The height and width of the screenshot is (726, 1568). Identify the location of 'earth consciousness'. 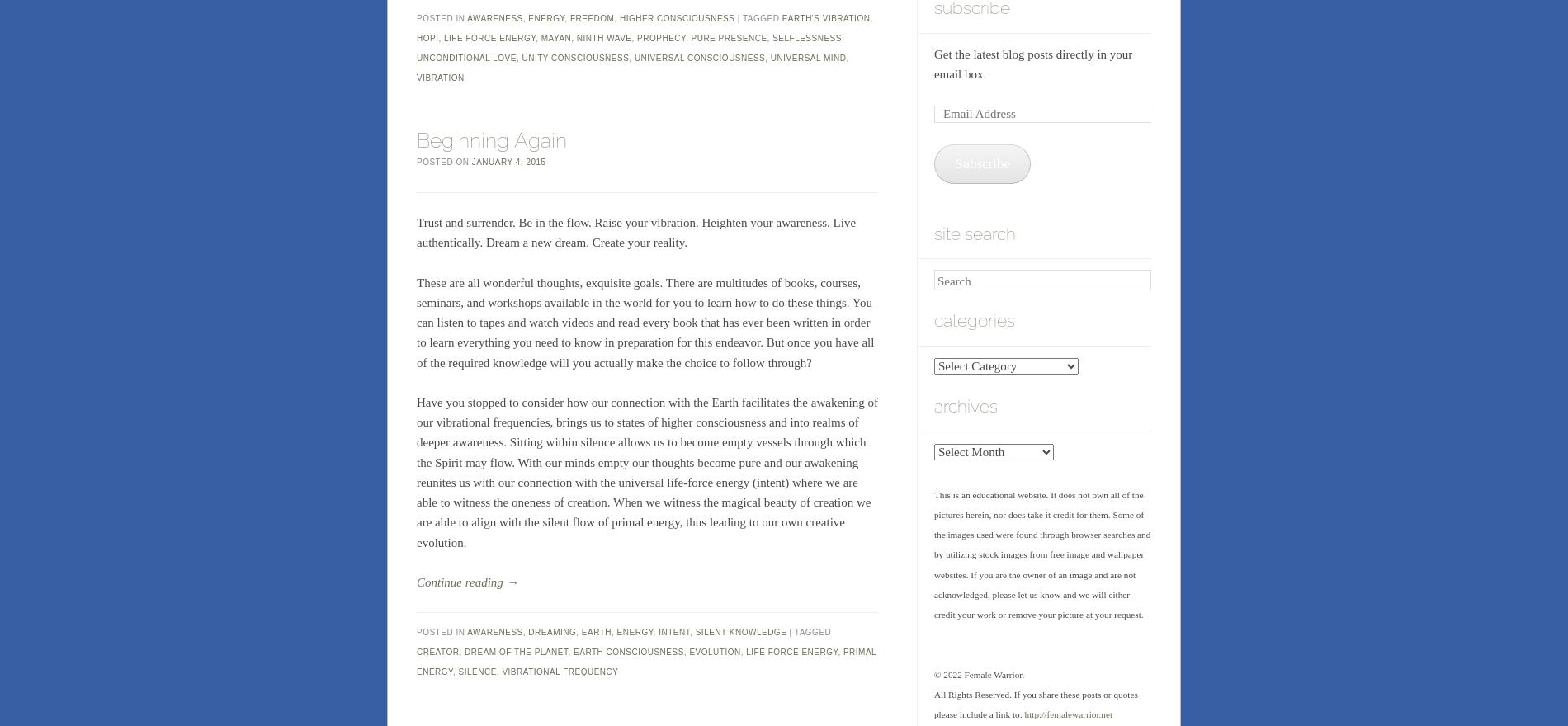
(574, 652).